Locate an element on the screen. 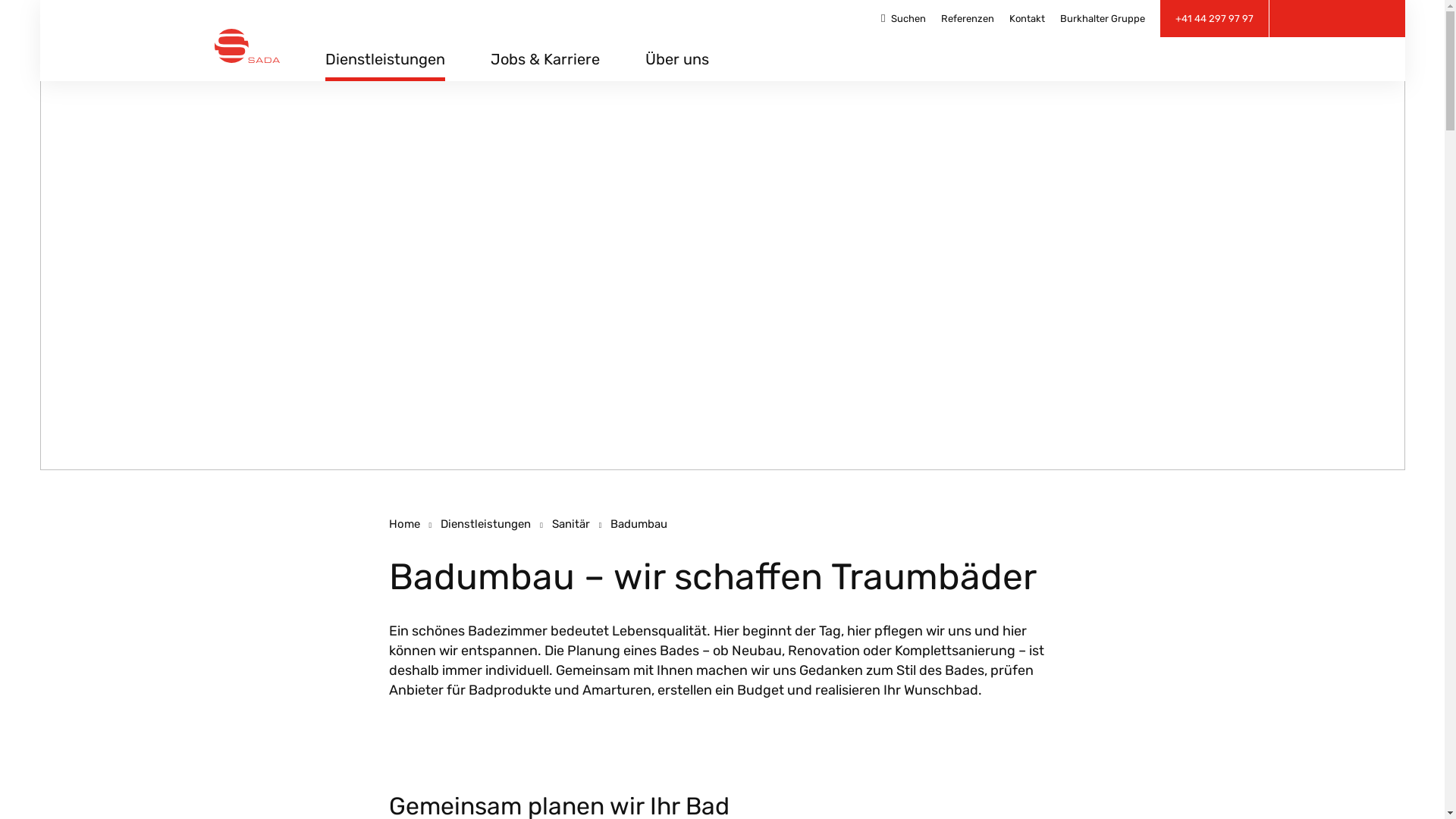 Image resolution: width=1456 pixels, height=819 pixels. 'Burkhalter Gruppe' is located at coordinates (1103, 18).